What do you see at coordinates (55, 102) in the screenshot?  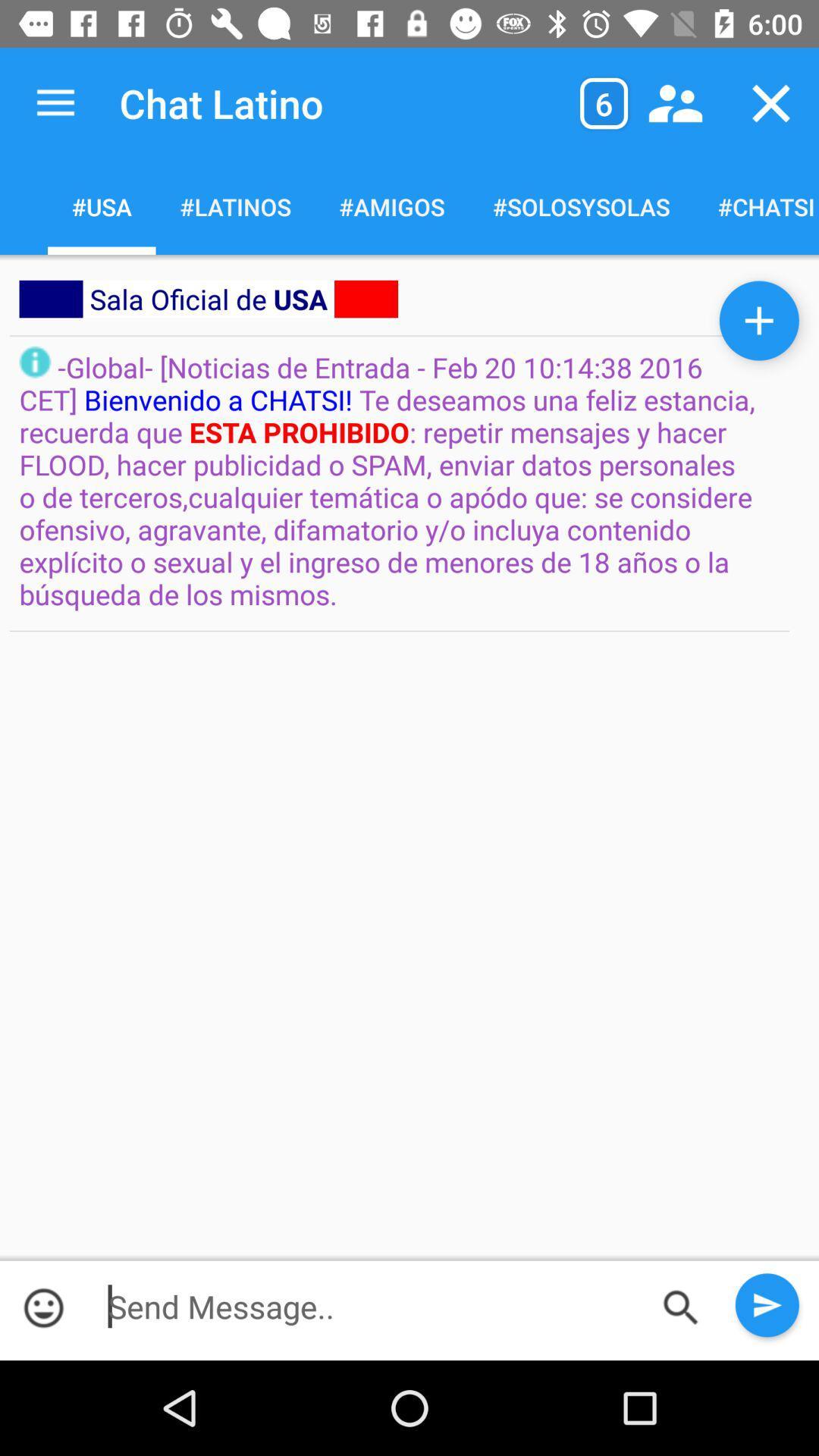 I see `app next to chat latino app` at bounding box center [55, 102].